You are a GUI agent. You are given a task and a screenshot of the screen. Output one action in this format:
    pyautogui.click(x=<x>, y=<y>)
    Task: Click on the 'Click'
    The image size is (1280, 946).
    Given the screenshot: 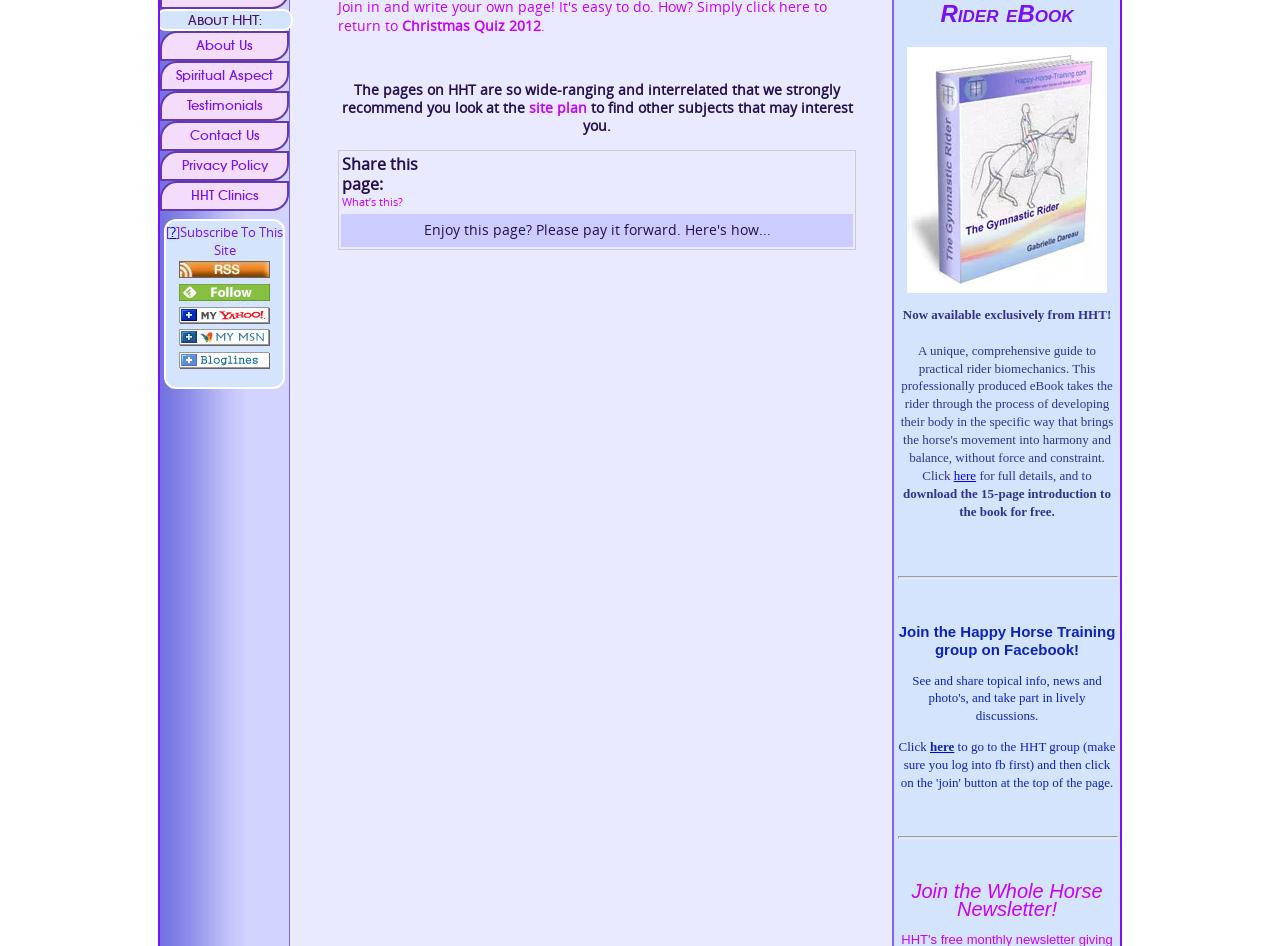 What is the action you would take?
    pyautogui.click(x=912, y=745)
    